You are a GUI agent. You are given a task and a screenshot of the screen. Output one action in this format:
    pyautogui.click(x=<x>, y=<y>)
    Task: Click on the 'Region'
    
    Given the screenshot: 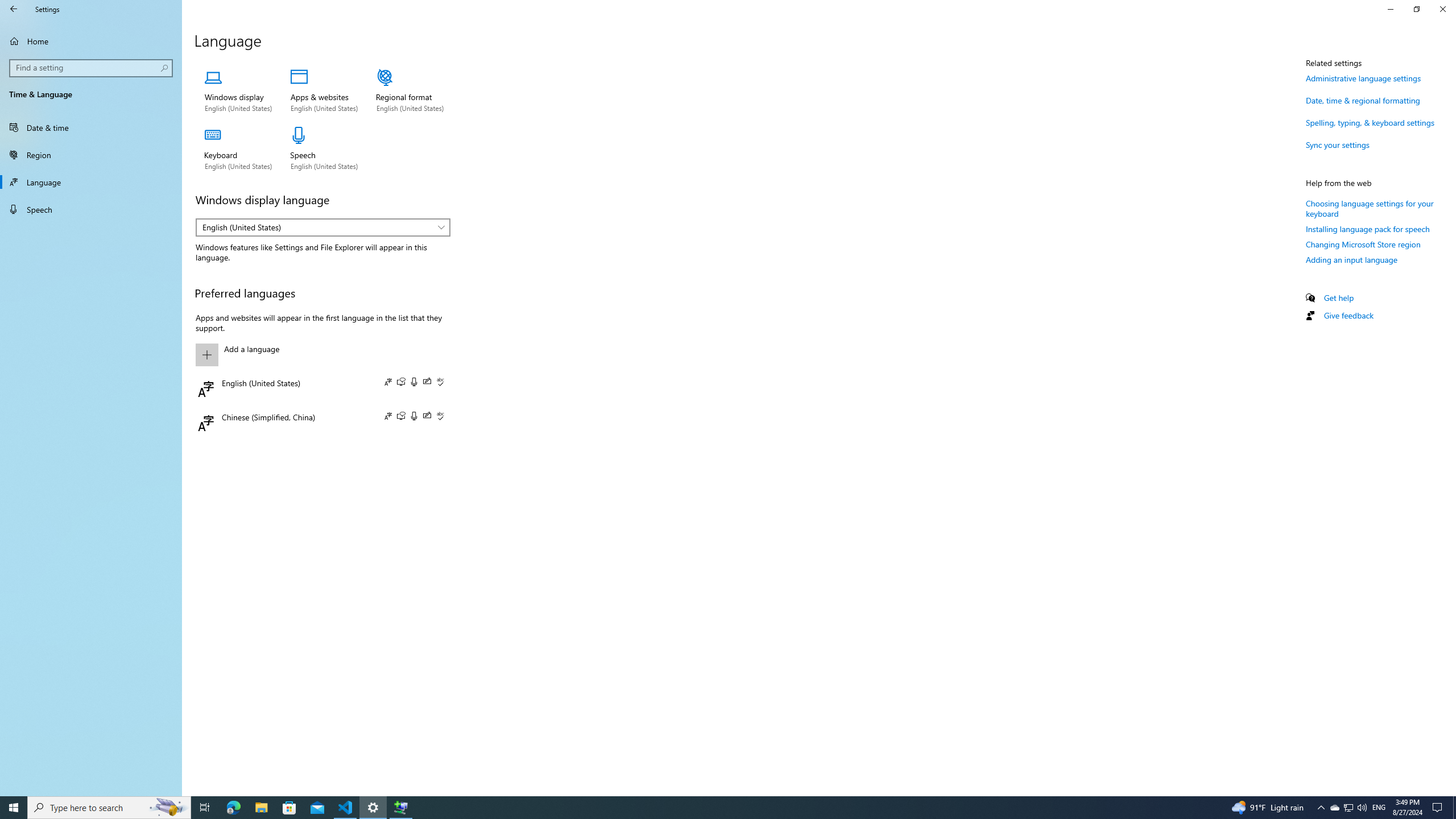 What is the action you would take?
    pyautogui.click(x=90, y=154)
    